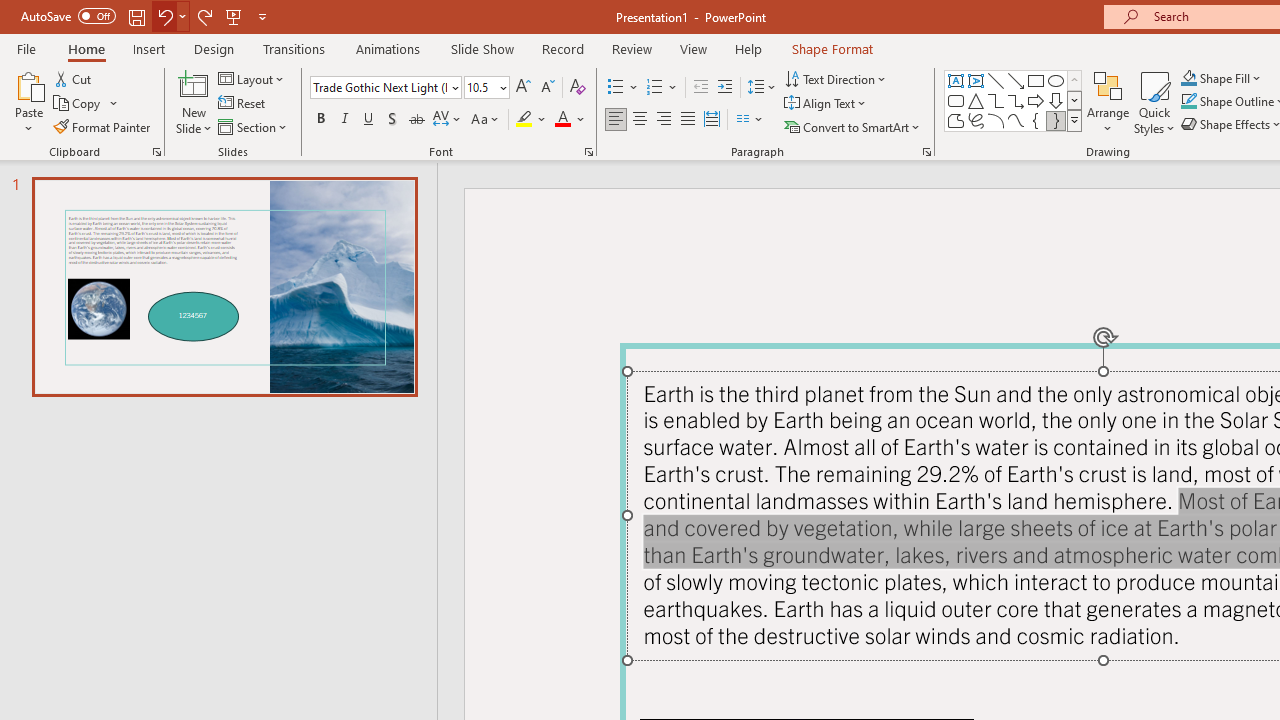 The height and width of the screenshot is (720, 1280). Describe the element at coordinates (853, 127) in the screenshot. I see `'Convert to SmartArt'` at that location.